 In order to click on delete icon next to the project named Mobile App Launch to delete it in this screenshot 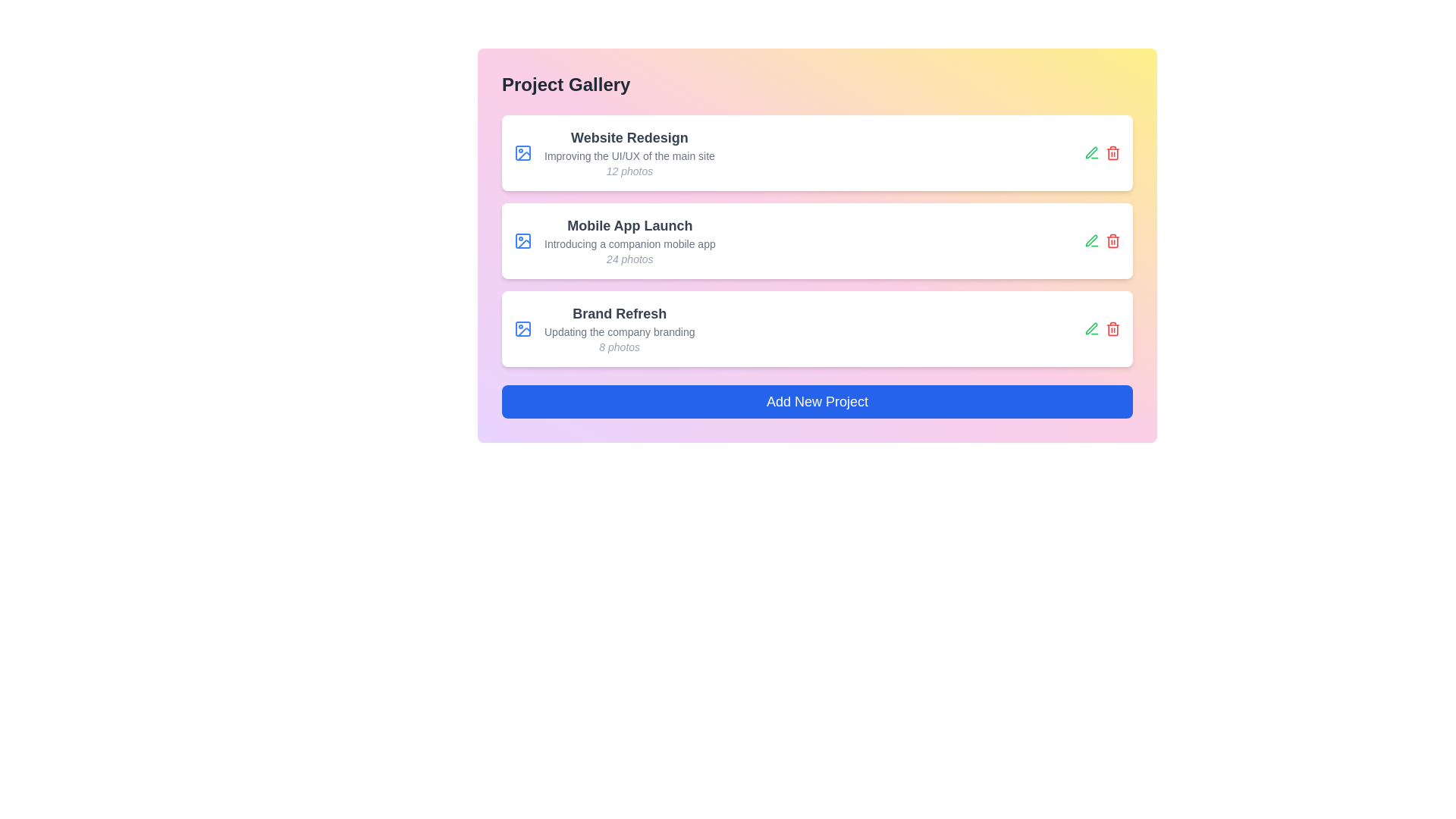, I will do `click(1113, 240)`.